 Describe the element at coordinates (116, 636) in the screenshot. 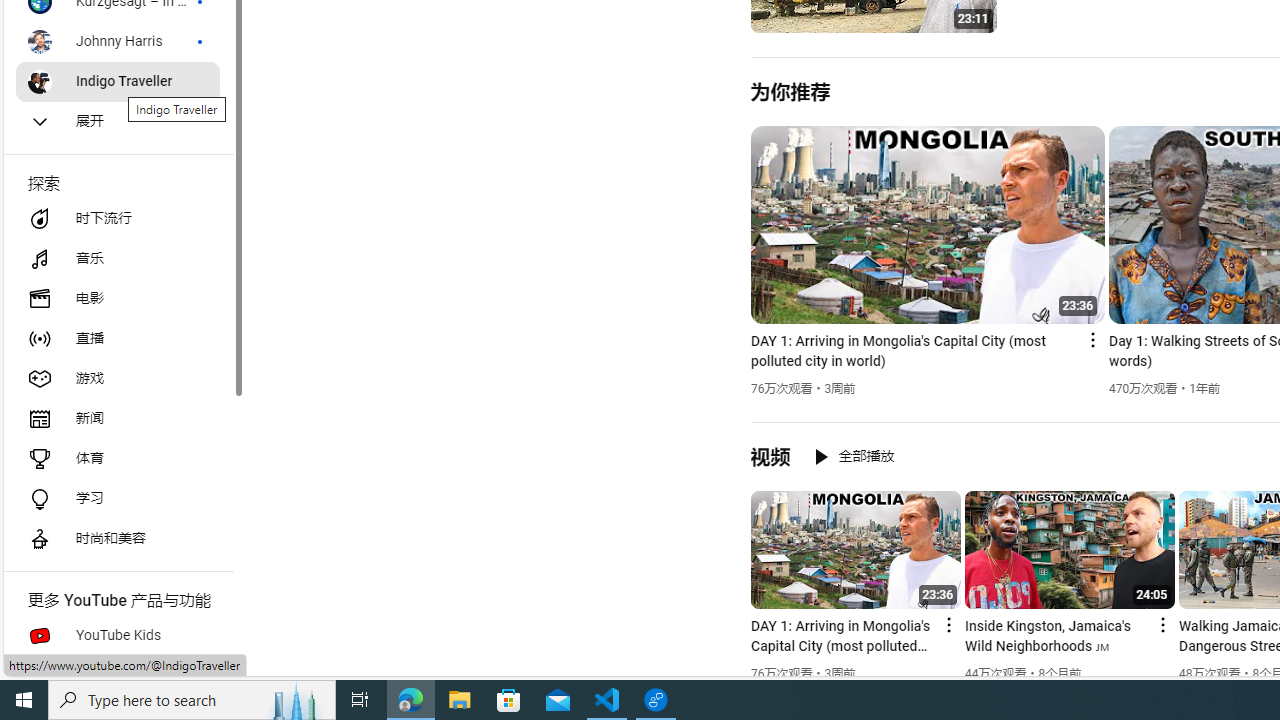

I see `'YouTube Kids'` at that location.